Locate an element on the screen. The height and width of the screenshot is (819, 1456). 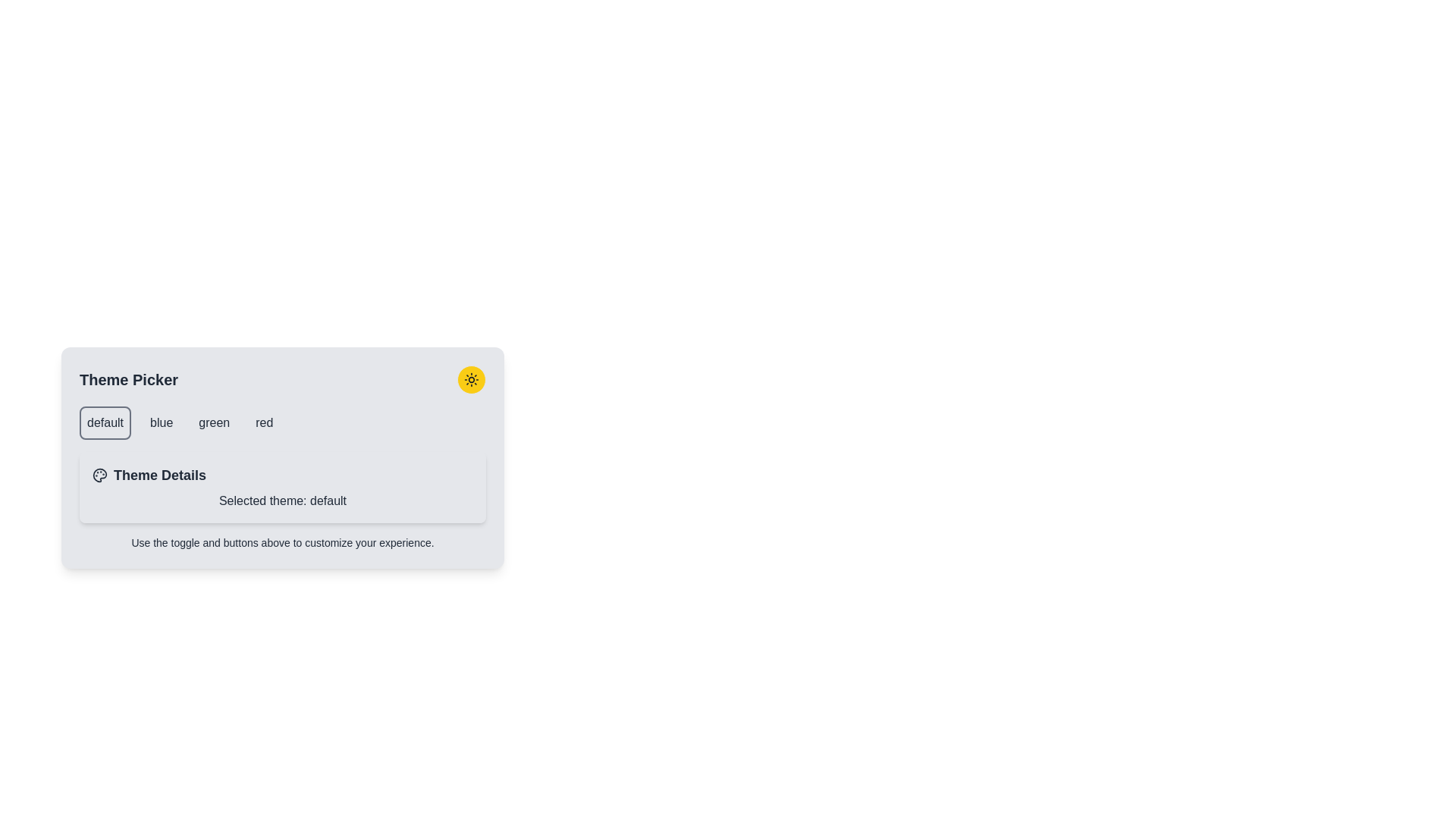
the 'blue' button, which is the second button from the left in the 'Theme Picker' card is located at coordinates (162, 423).